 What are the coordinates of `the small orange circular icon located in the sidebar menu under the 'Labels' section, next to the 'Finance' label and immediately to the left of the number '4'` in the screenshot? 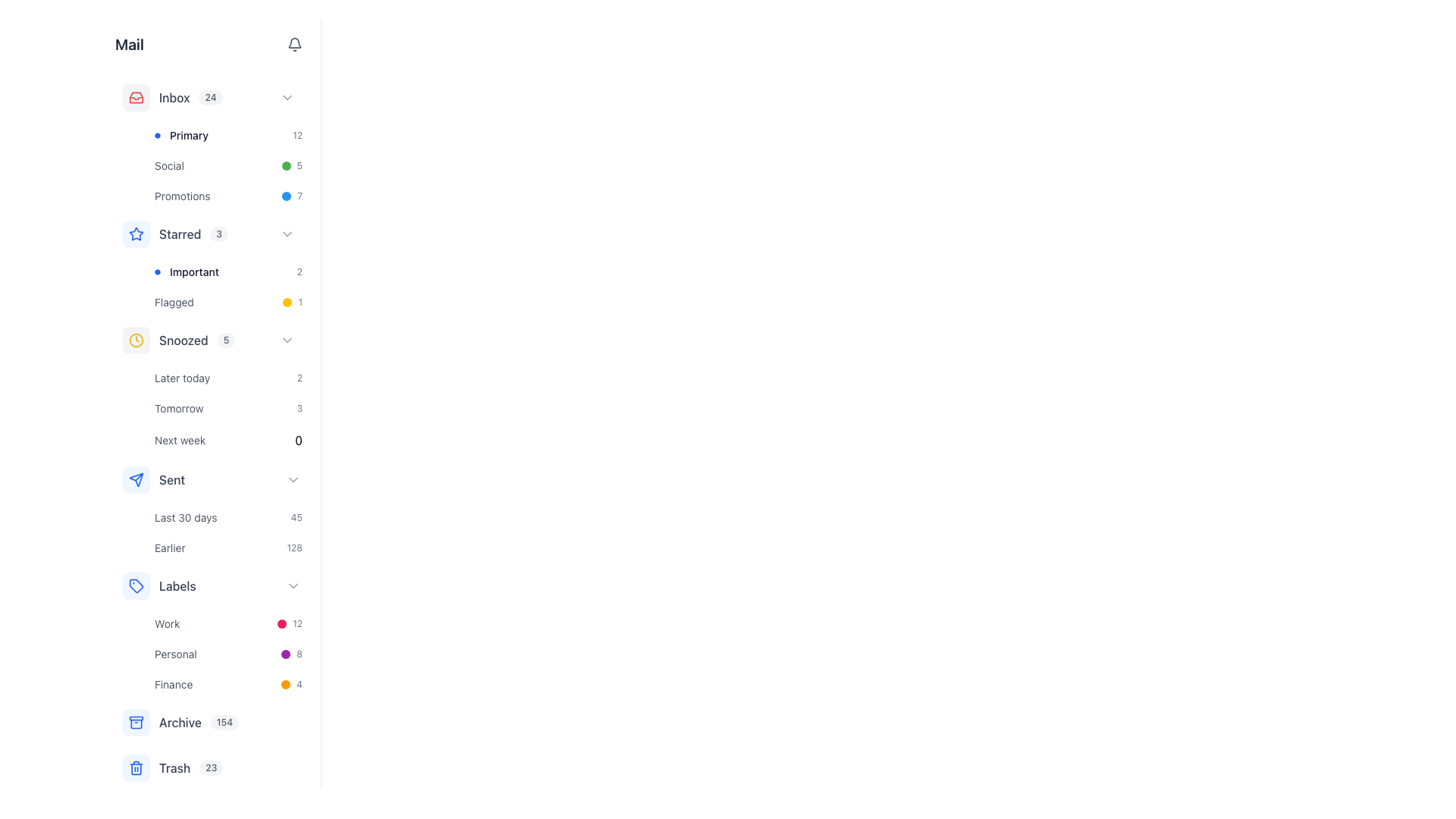 It's located at (286, 684).